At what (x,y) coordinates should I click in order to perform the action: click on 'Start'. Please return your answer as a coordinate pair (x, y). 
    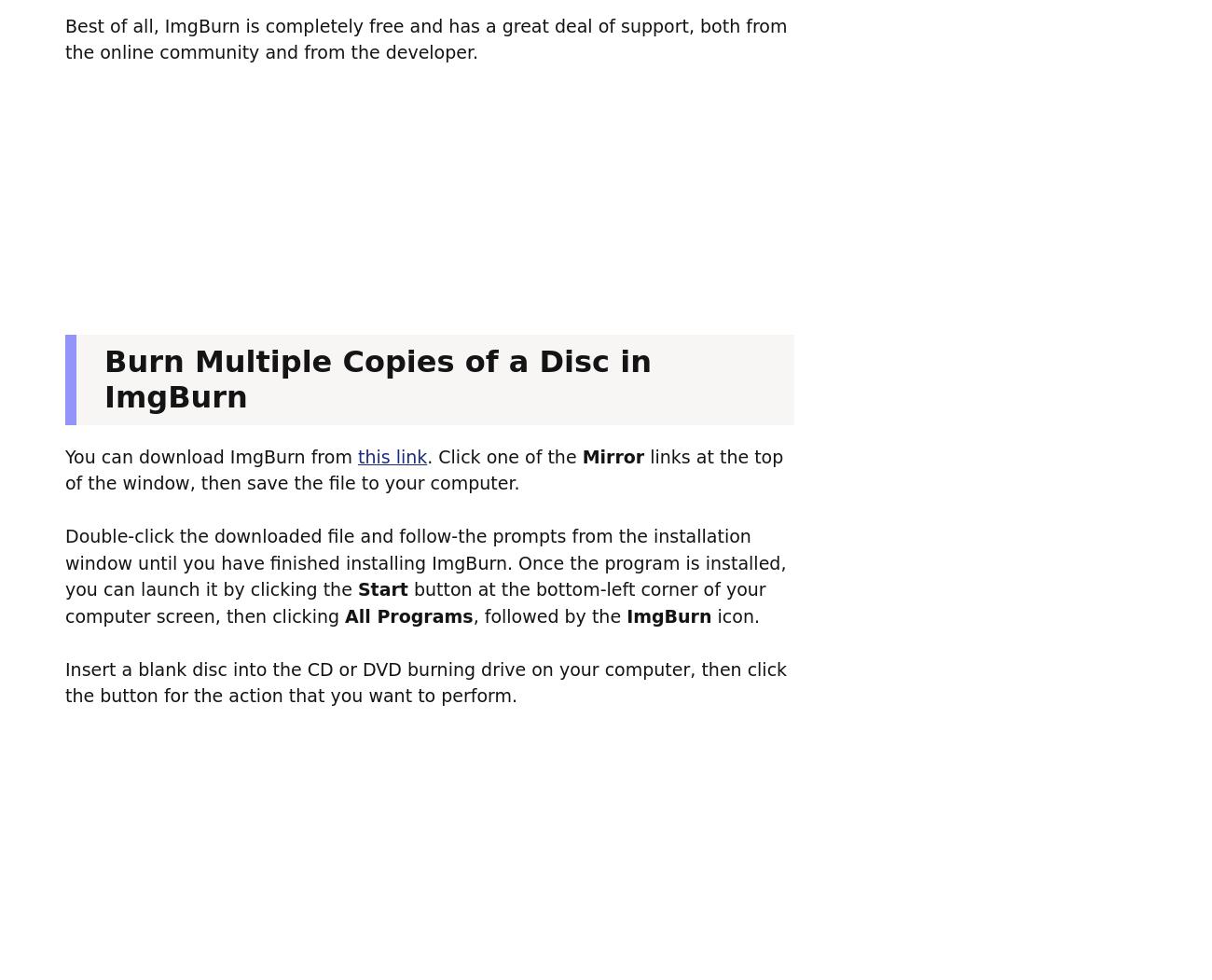
    Looking at the image, I should click on (356, 587).